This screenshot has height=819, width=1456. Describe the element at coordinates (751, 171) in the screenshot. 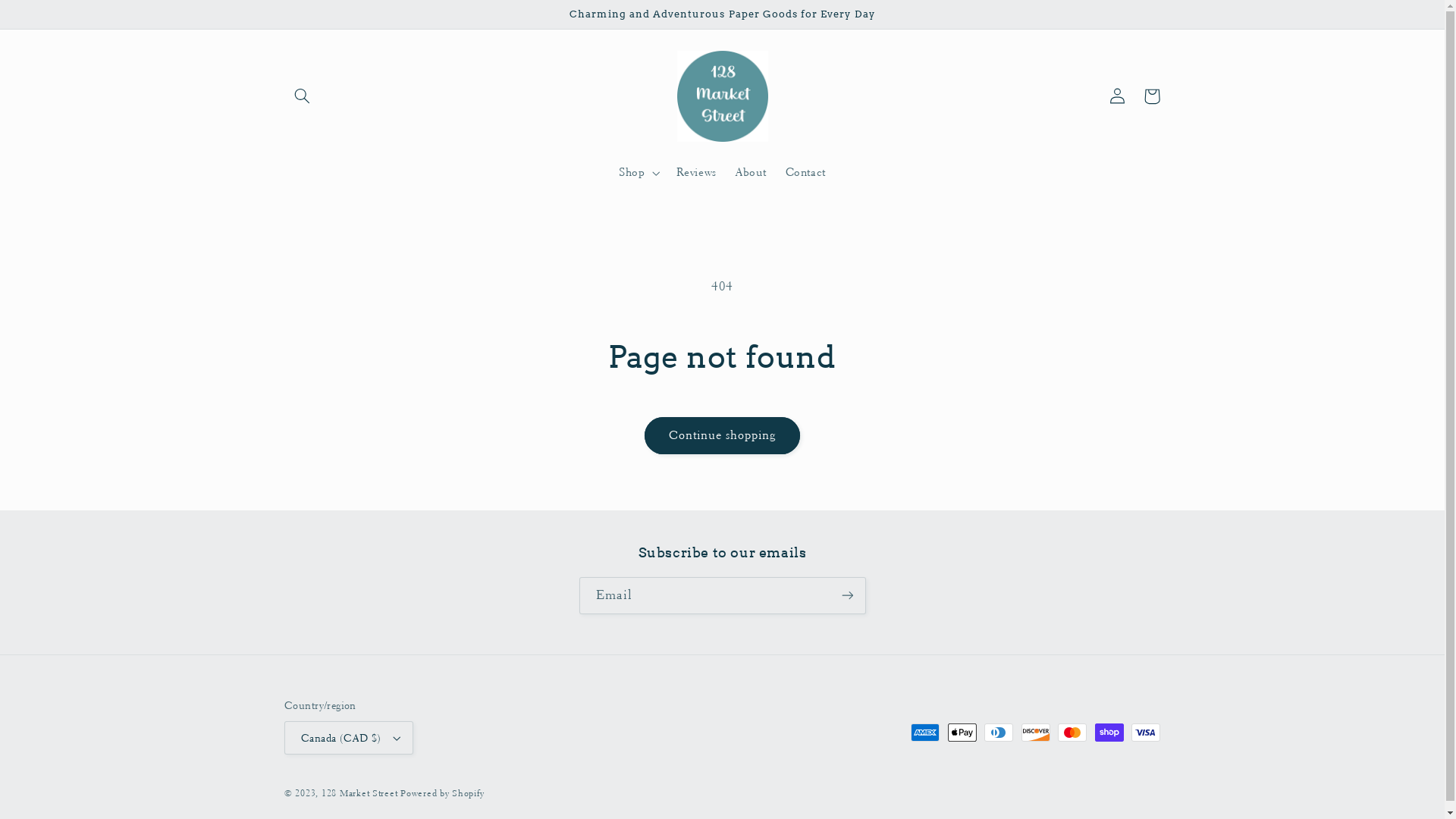

I see `'About'` at that location.